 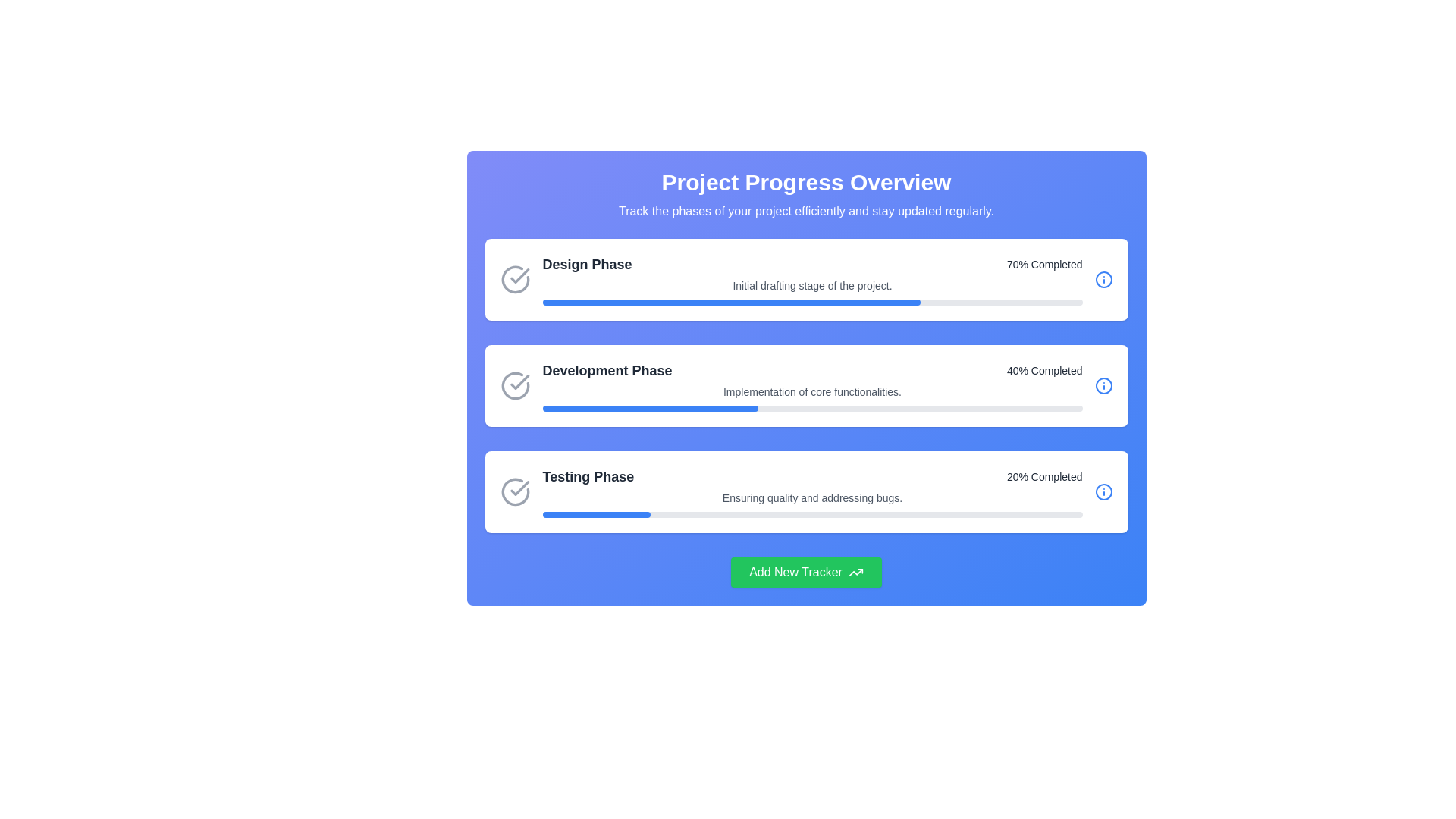 What do you see at coordinates (587, 475) in the screenshot?
I see `text label that says 'Testing Phase' located on the left side of the Testing Phase card, which is the third card in a vertical series of project phase cards` at bounding box center [587, 475].